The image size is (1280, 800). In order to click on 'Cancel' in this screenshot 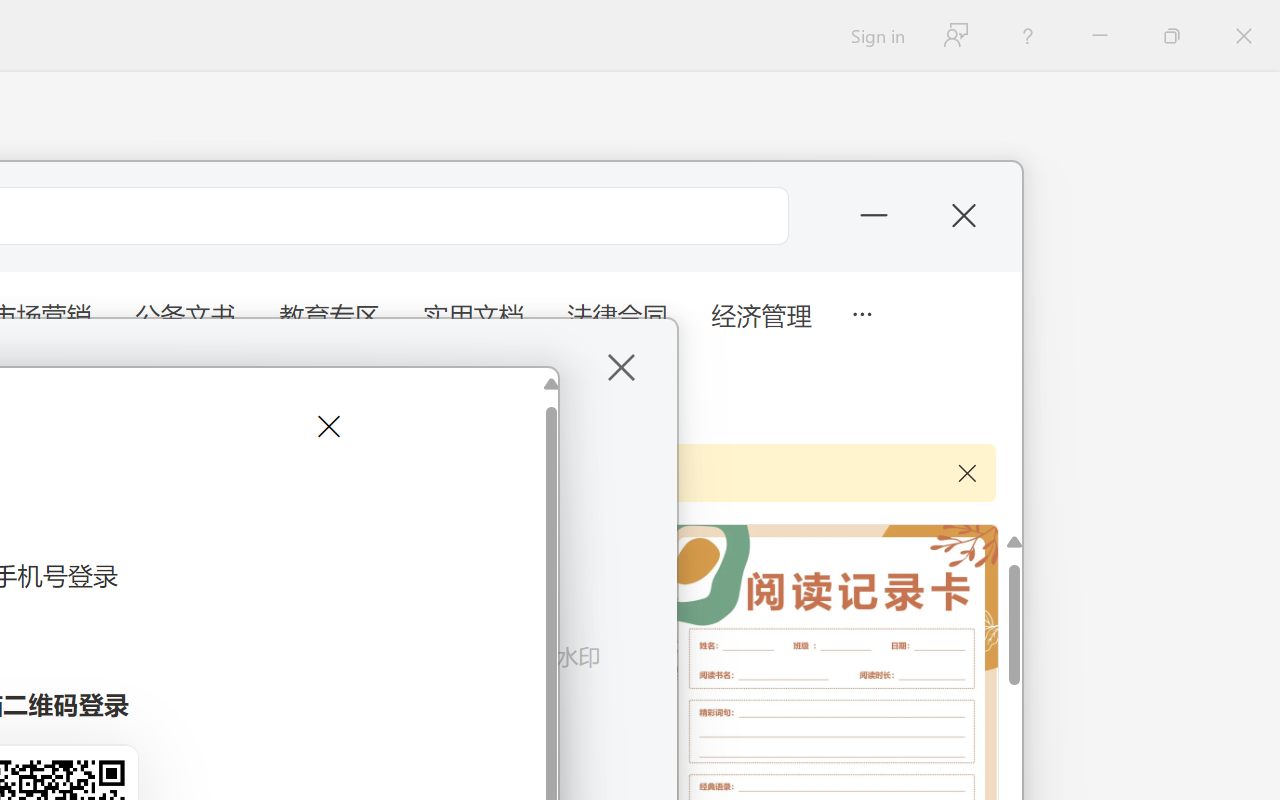, I will do `click(327, 426)`.